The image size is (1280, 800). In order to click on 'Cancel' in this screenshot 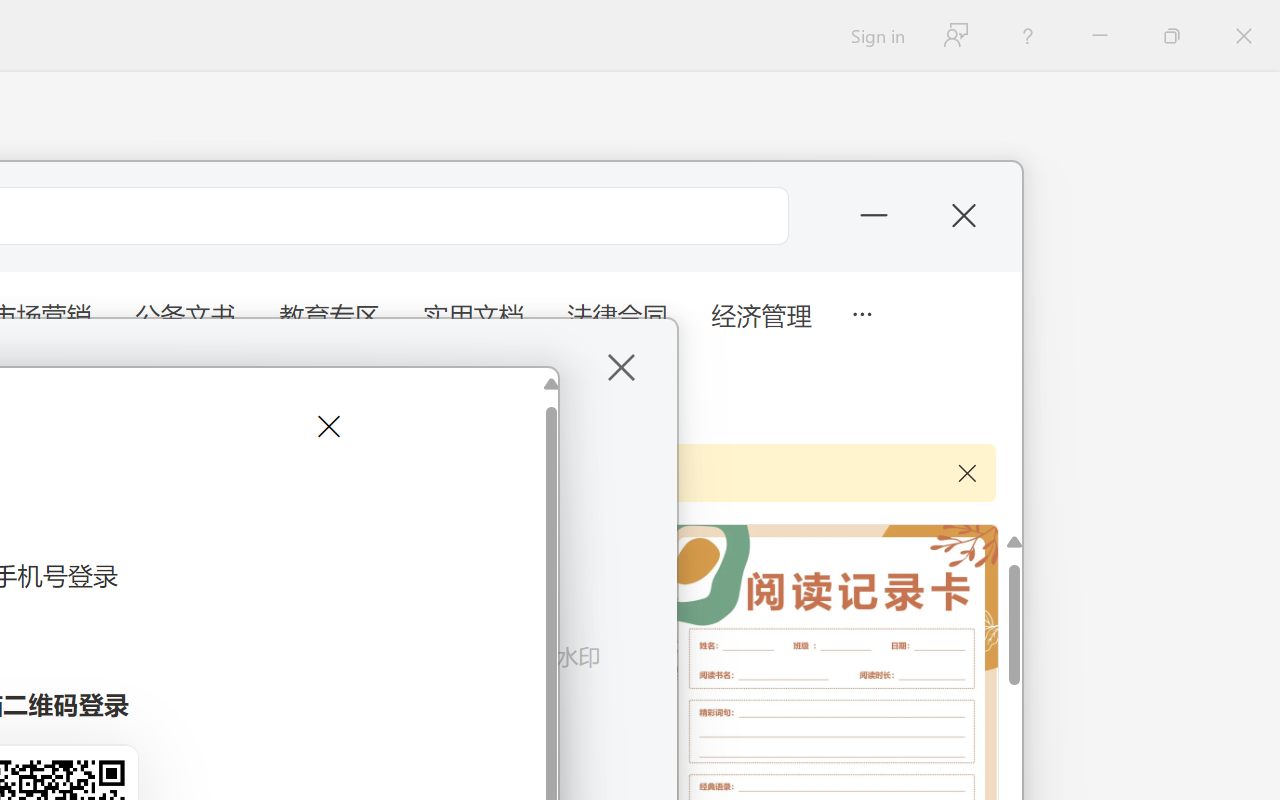, I will do `click(327, 426)`.